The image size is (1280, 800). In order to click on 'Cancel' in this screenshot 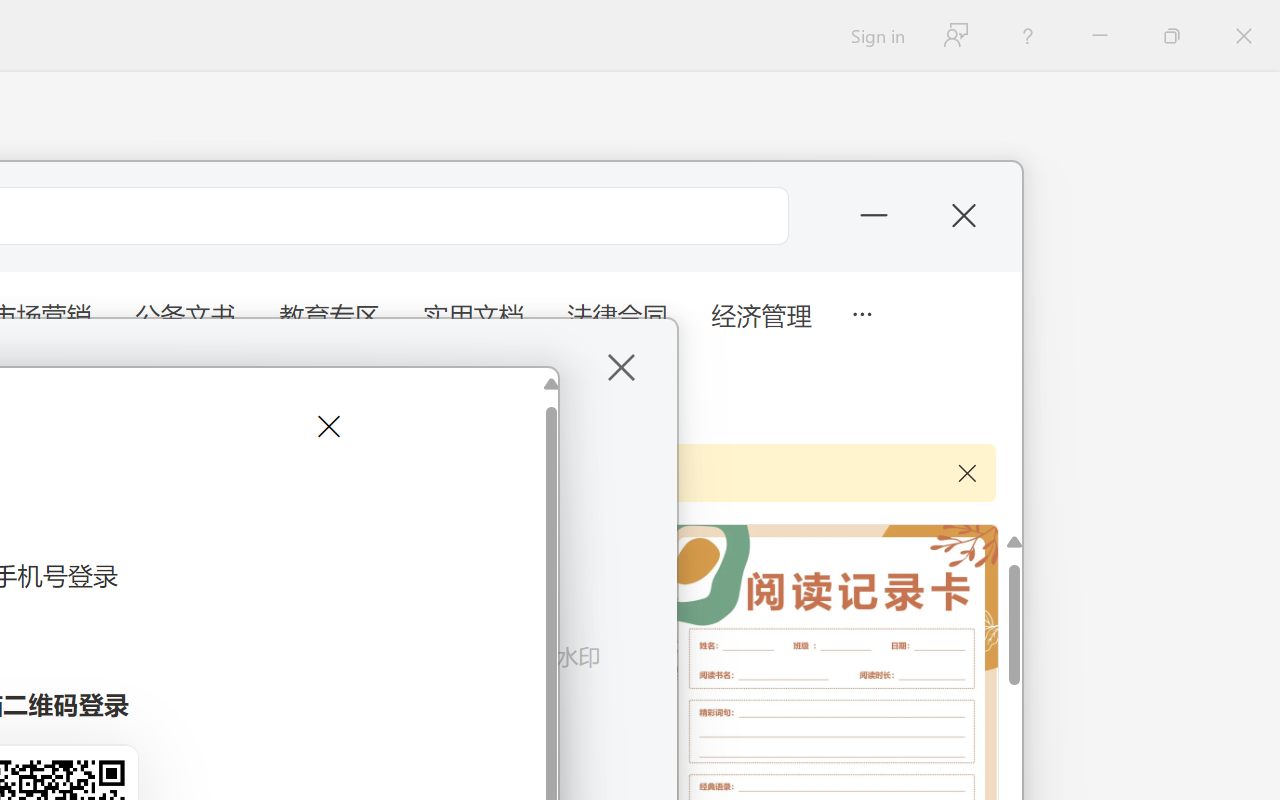, I will do `click(327, 426)`.